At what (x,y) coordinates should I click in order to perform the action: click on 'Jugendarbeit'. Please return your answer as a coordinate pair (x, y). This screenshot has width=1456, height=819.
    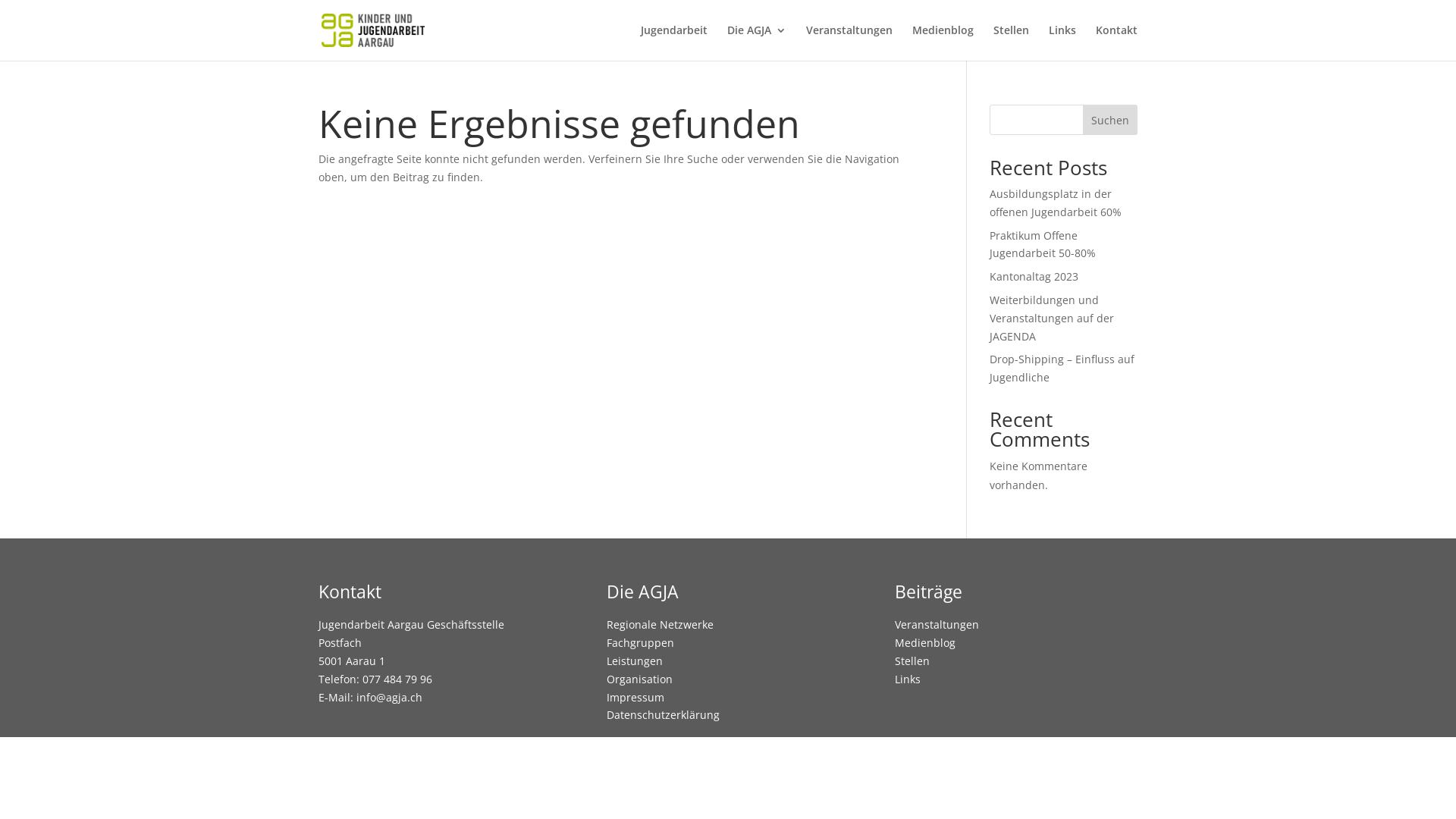
    Looking at the image, I should click on (673, 42).